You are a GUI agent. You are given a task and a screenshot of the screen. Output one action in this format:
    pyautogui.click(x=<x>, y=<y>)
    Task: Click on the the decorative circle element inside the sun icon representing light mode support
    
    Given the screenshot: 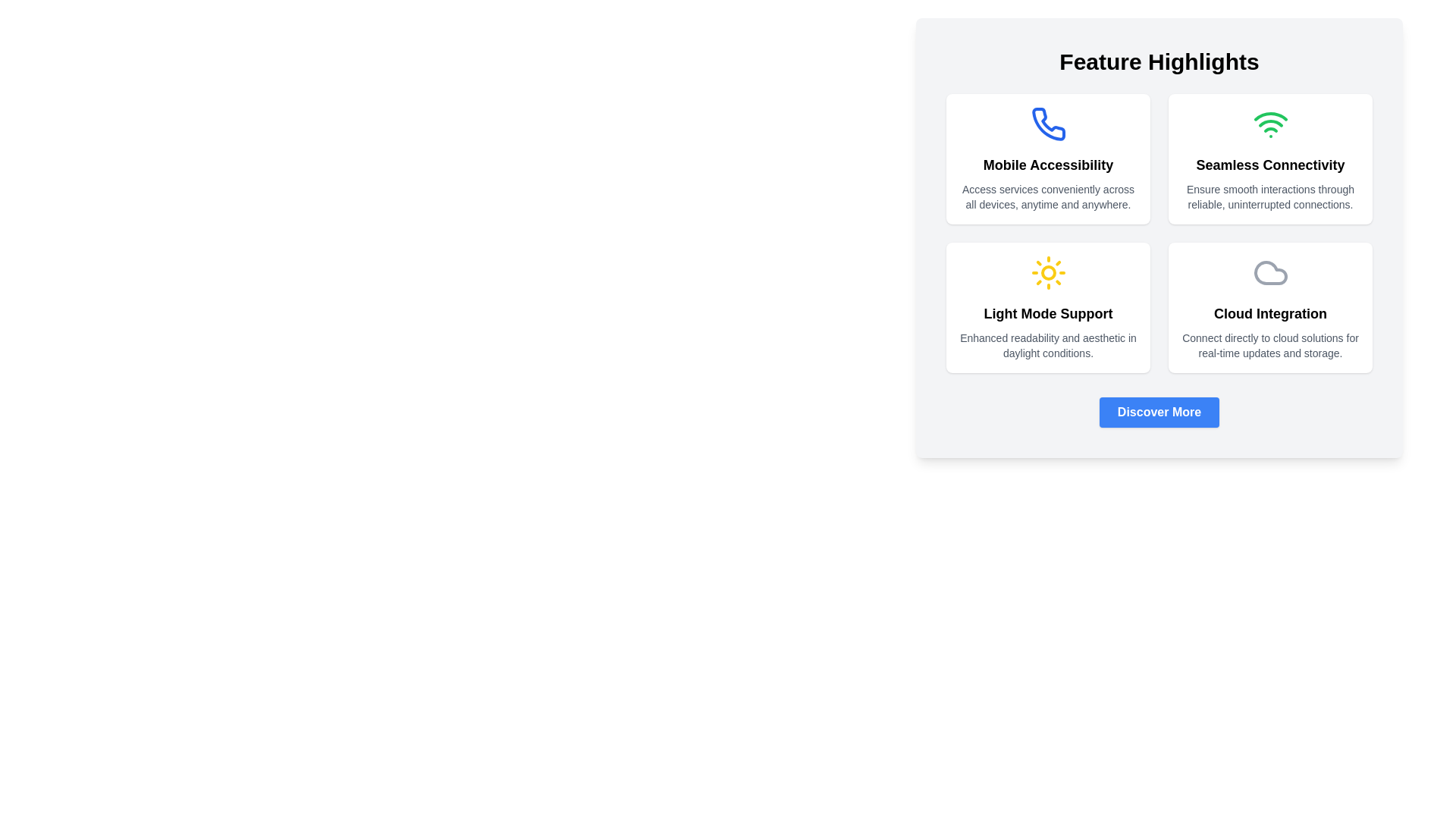 What is the action you would take?
    pyautogui.click(x=1047, y=271)
    